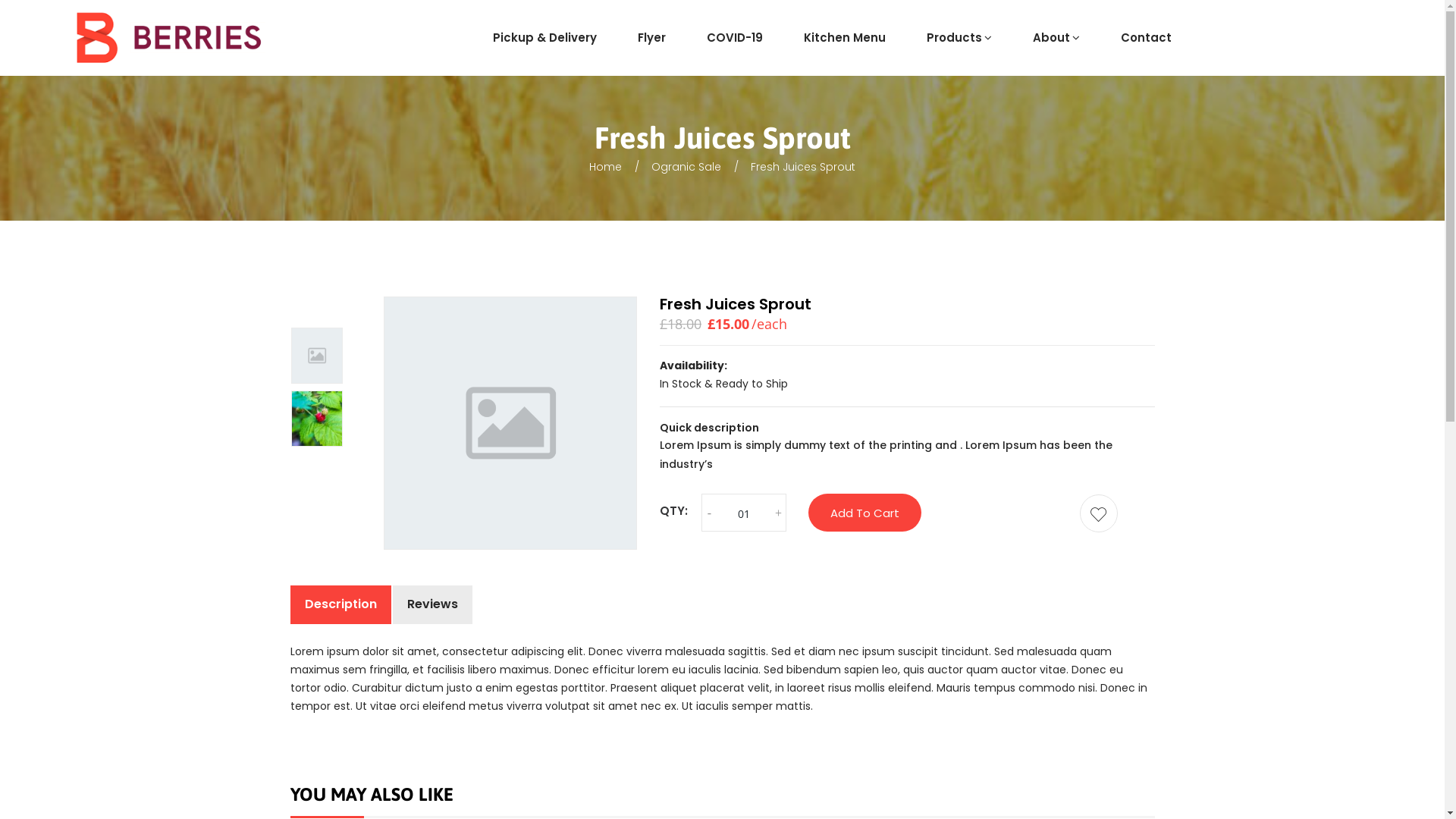 This screenshot has width=1456, height=819. I want to click on 'Add To Cart', so click(864, 512).